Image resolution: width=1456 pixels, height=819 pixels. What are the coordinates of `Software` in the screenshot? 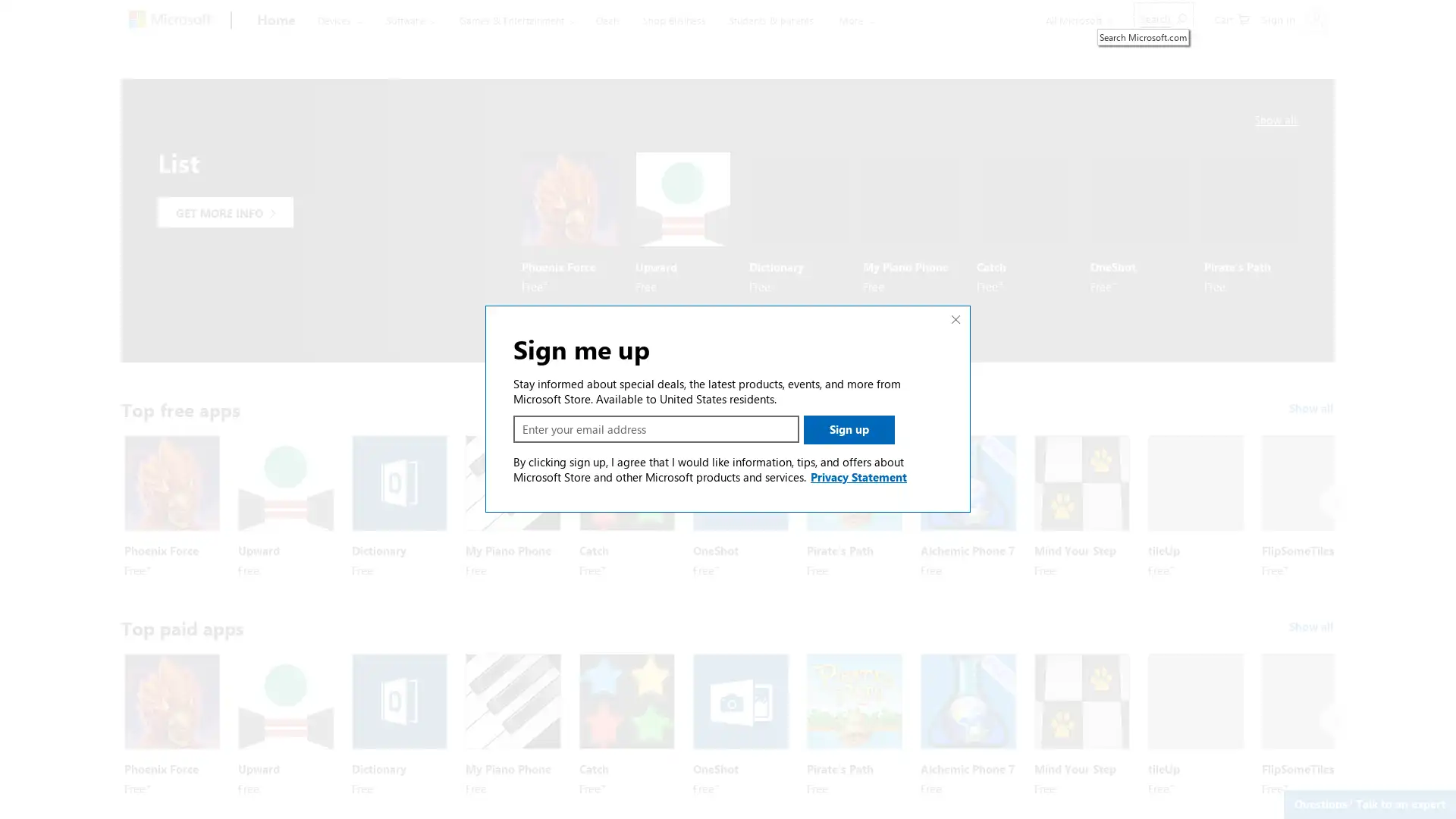 It's located at (410, 20).